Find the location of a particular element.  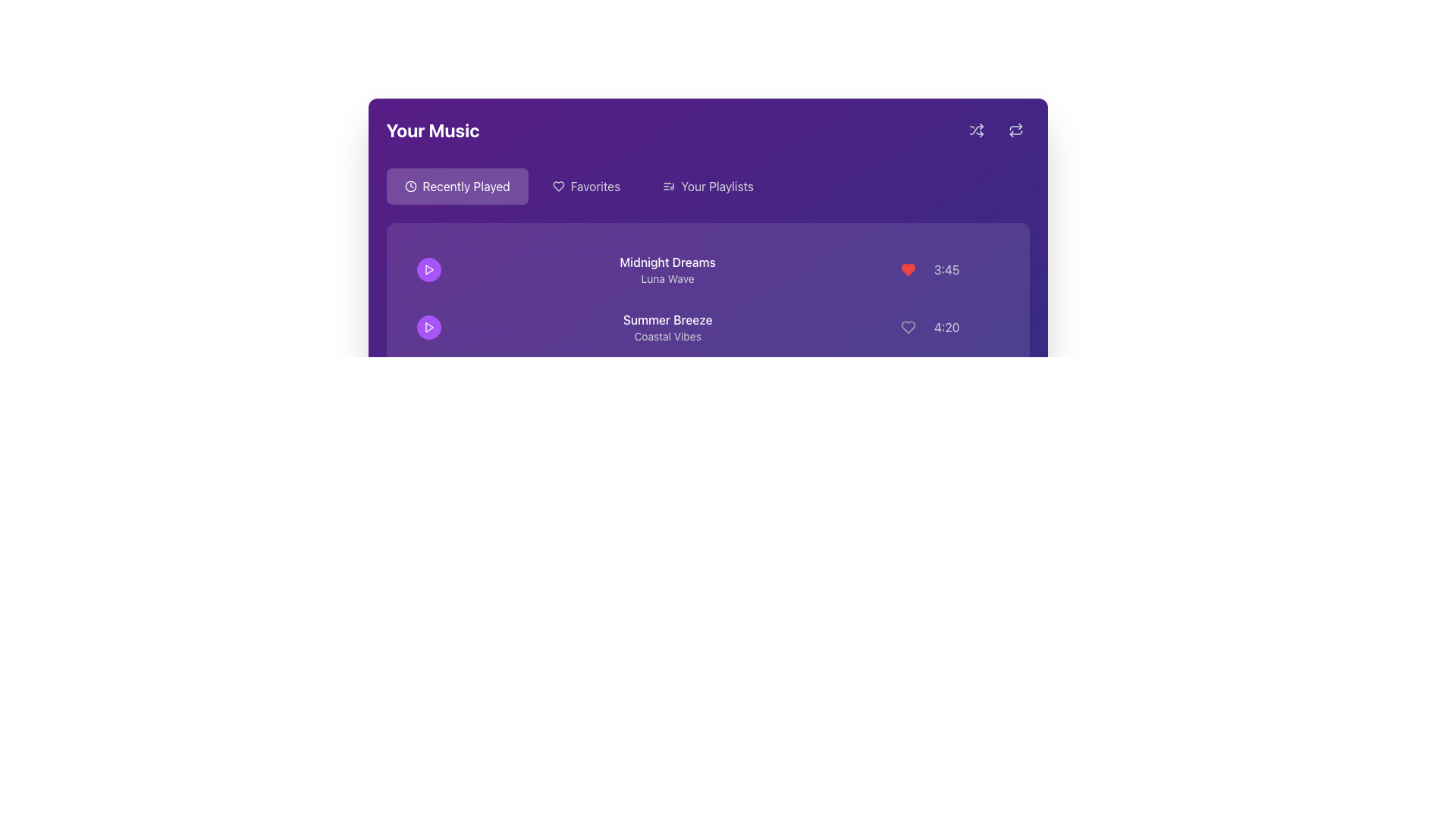

the playlist icon located in the 'Your Playlists' section, positioned to the left of the text label is located at coordinates (668, 186).